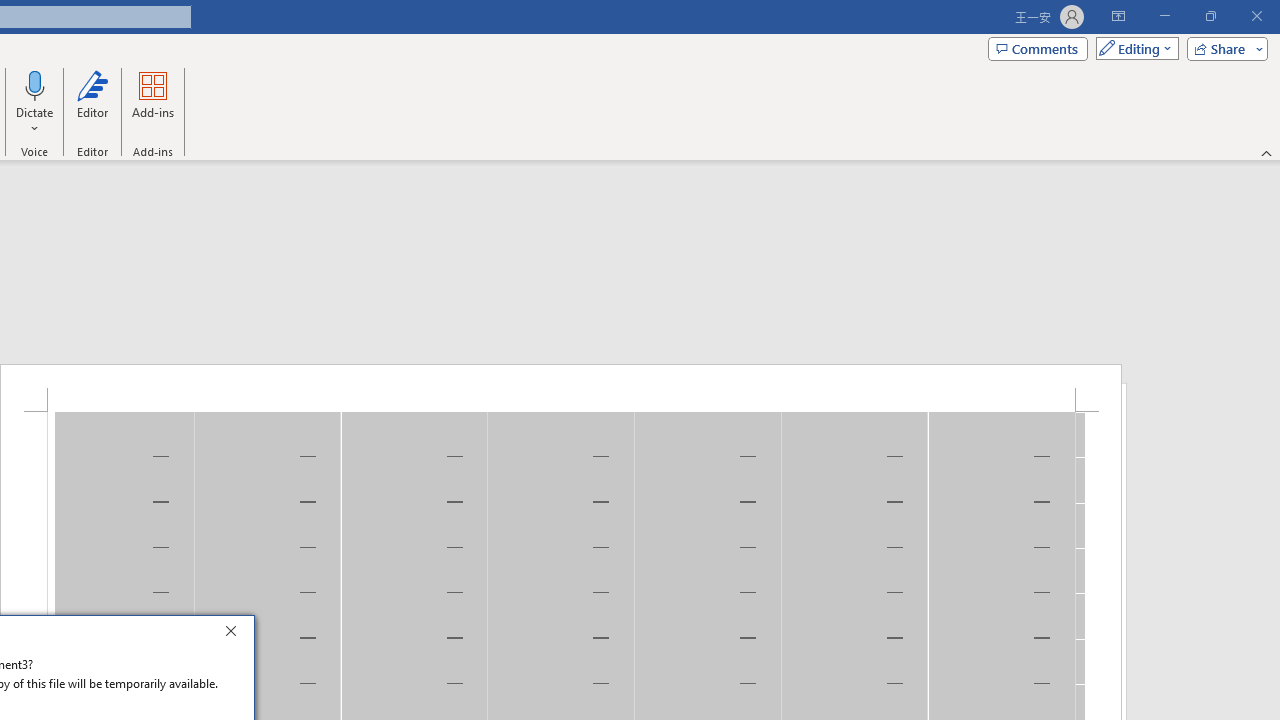  What do you see at coordinates (1164, 16) in the screenshot?
I see `'Minimize'` at bounding box center [1164, 16].